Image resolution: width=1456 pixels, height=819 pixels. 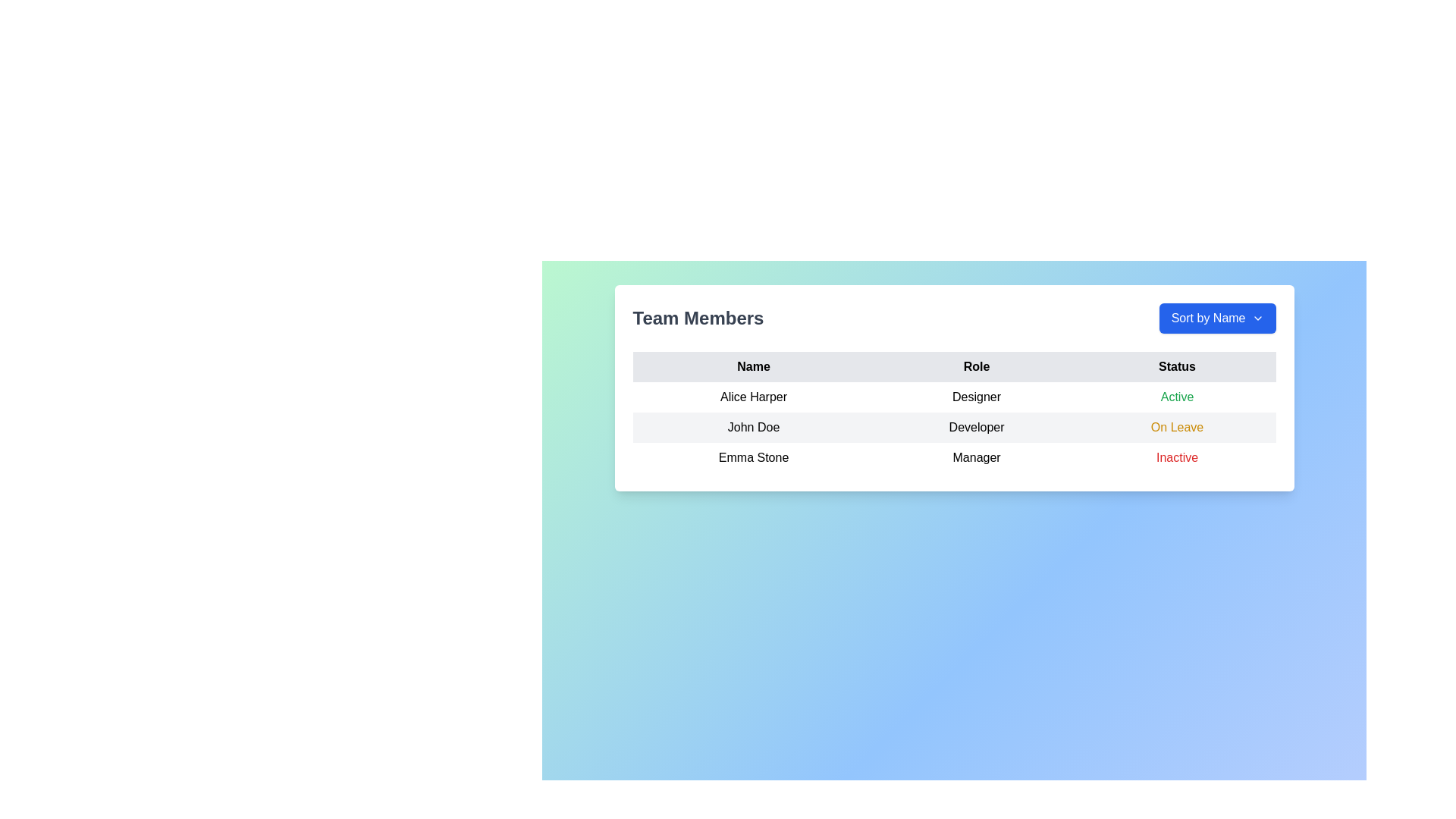 What do you see at coordinates (977, 366) in the screenshot?
I see `the 'Role' column header text label, which is the second header in the table, positioned between 'Name' and 'Status'` at bounding box center [977, 366].